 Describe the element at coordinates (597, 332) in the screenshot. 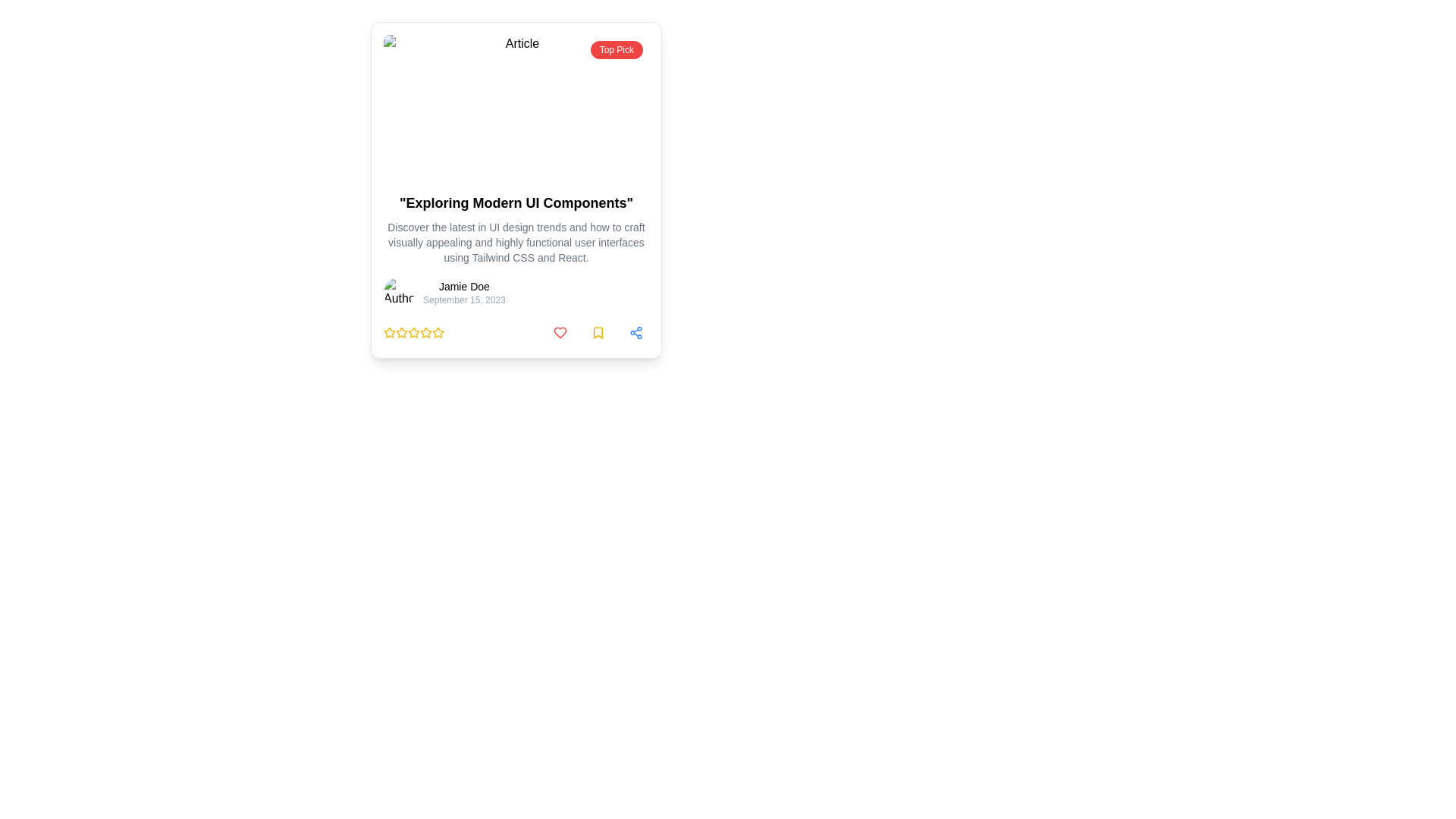

I see `the yellow bookmark-shaped vector icon located at the bottom-right section of the article details card` at that location.